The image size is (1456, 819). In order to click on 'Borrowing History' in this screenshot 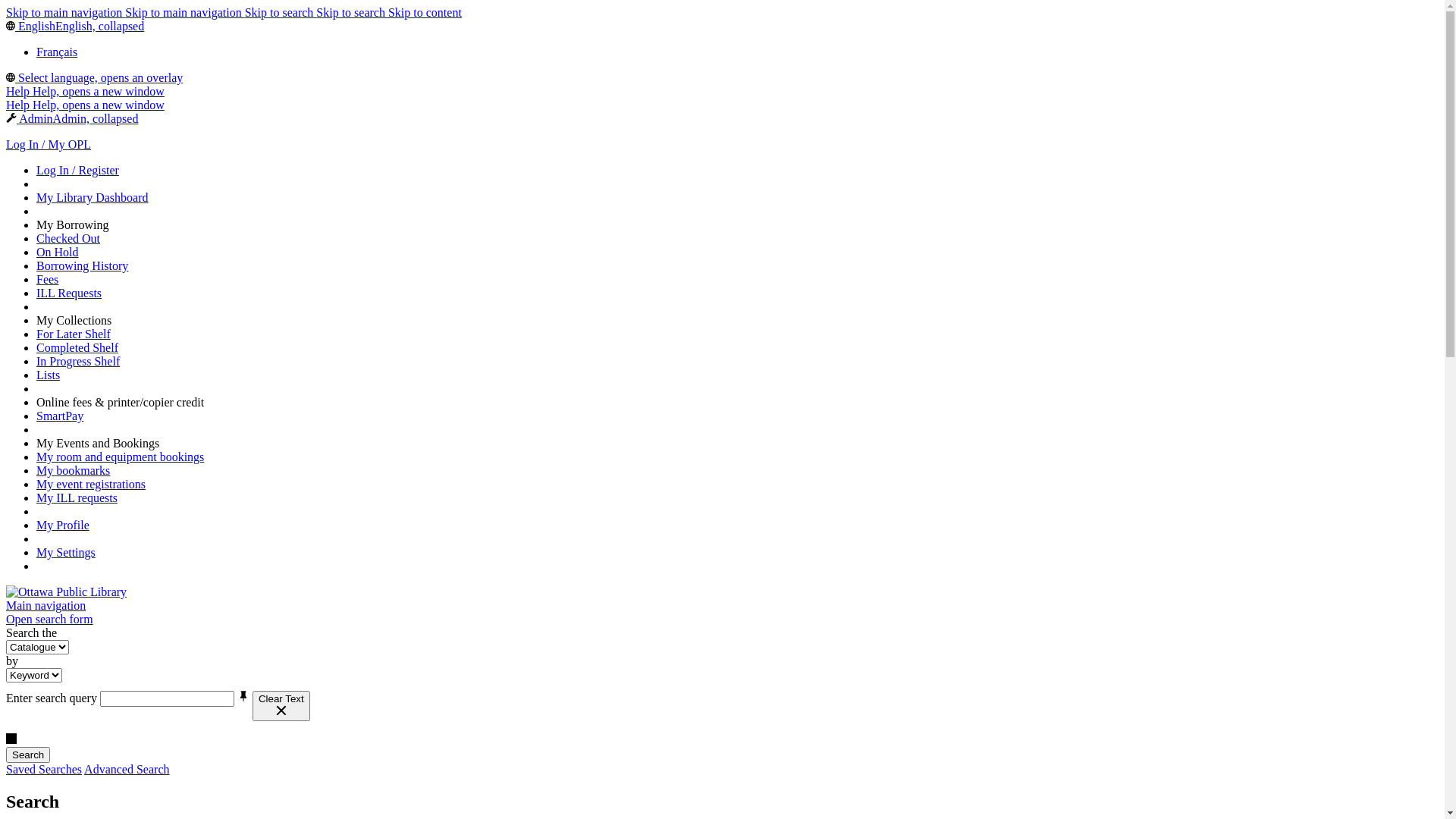, I will do `click(36, 265)`.